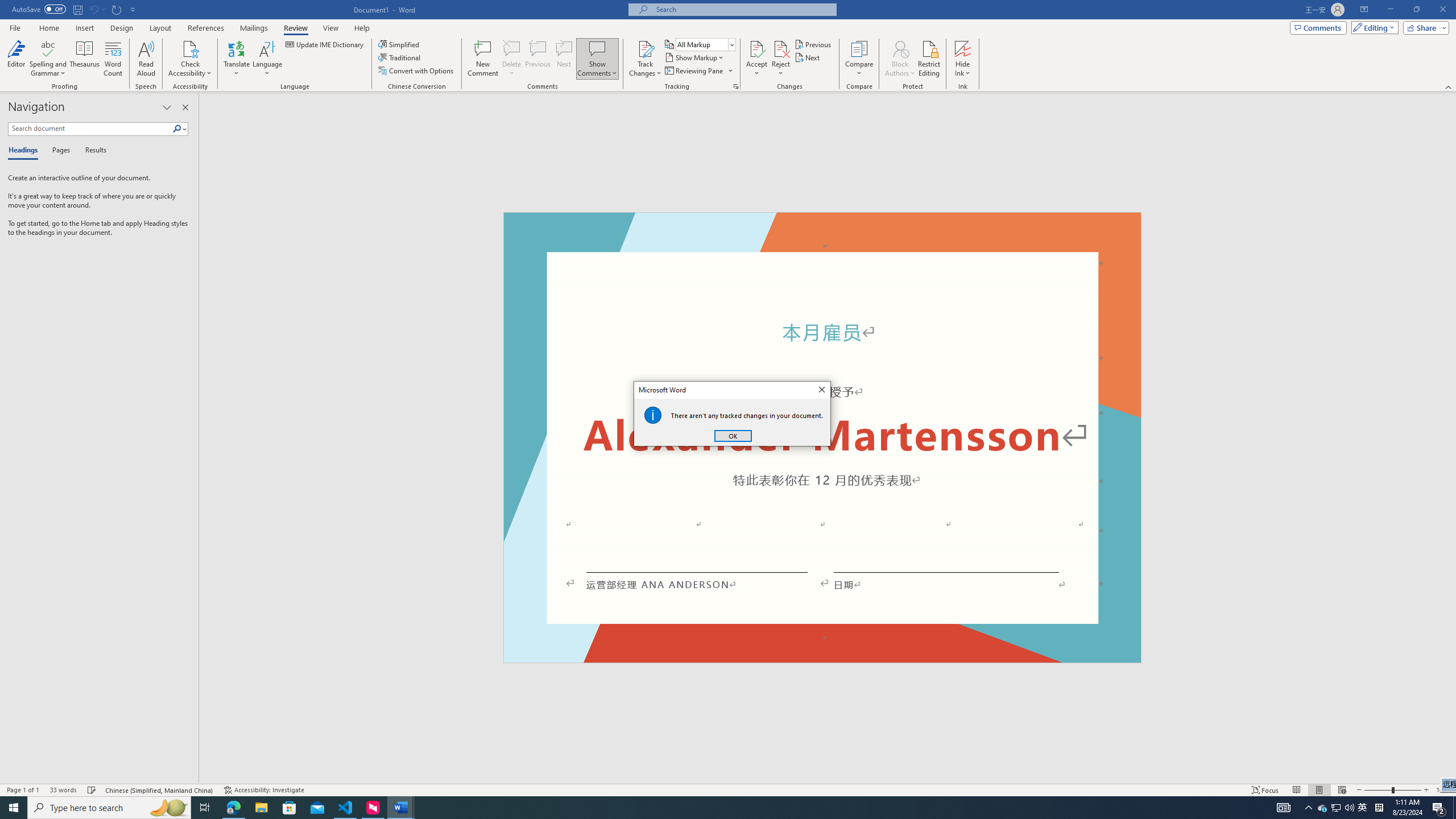 The height and width of the screenshot is (819, 1456). What do you see at coordinates (167, 107) in the screenshot?
I see `'Task Pane Options'` at bounding box center [167, 107].